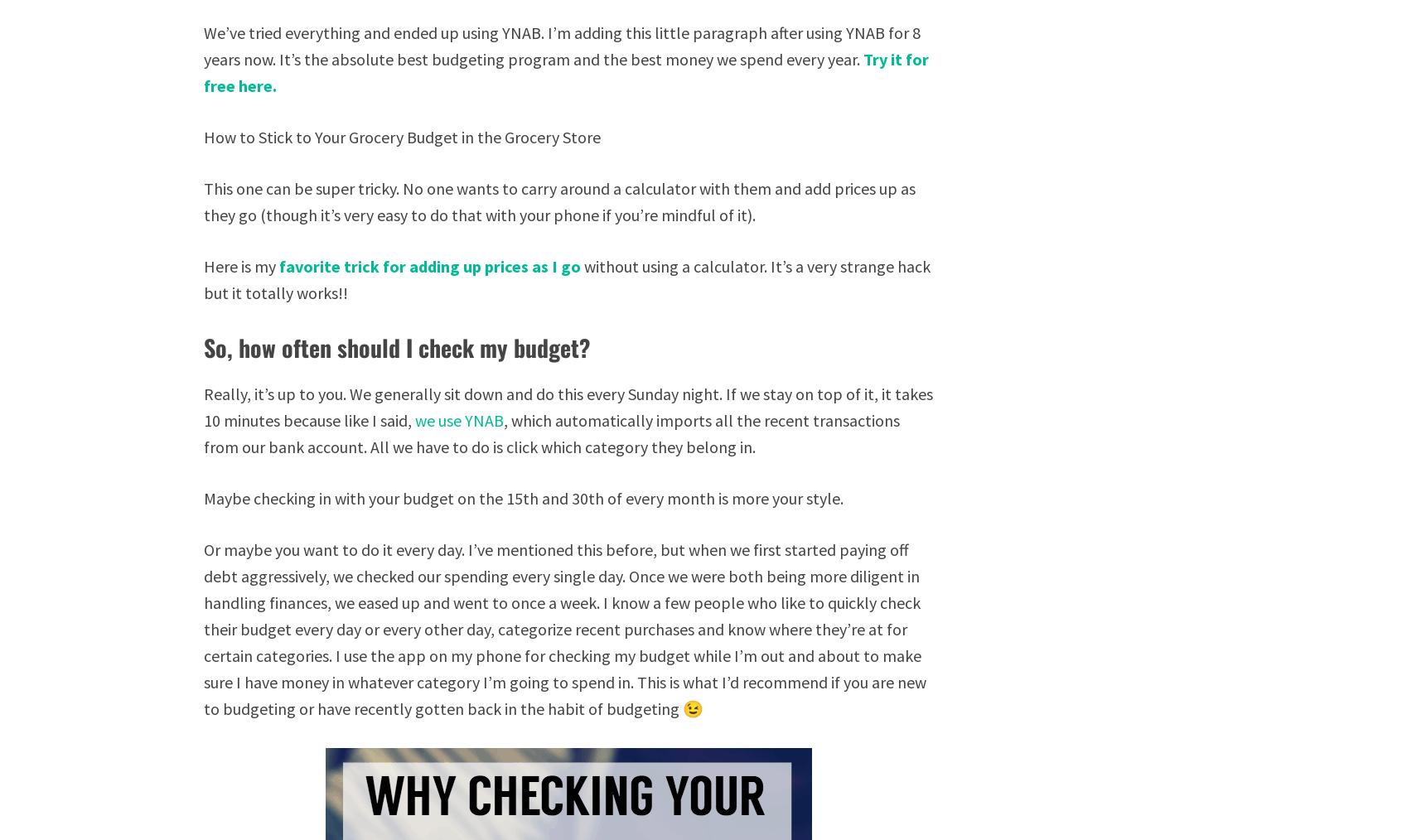 Image resolution: width=1402 pixels, height=840 pixels. I want to click on 'Here is my', so click(204, 266).